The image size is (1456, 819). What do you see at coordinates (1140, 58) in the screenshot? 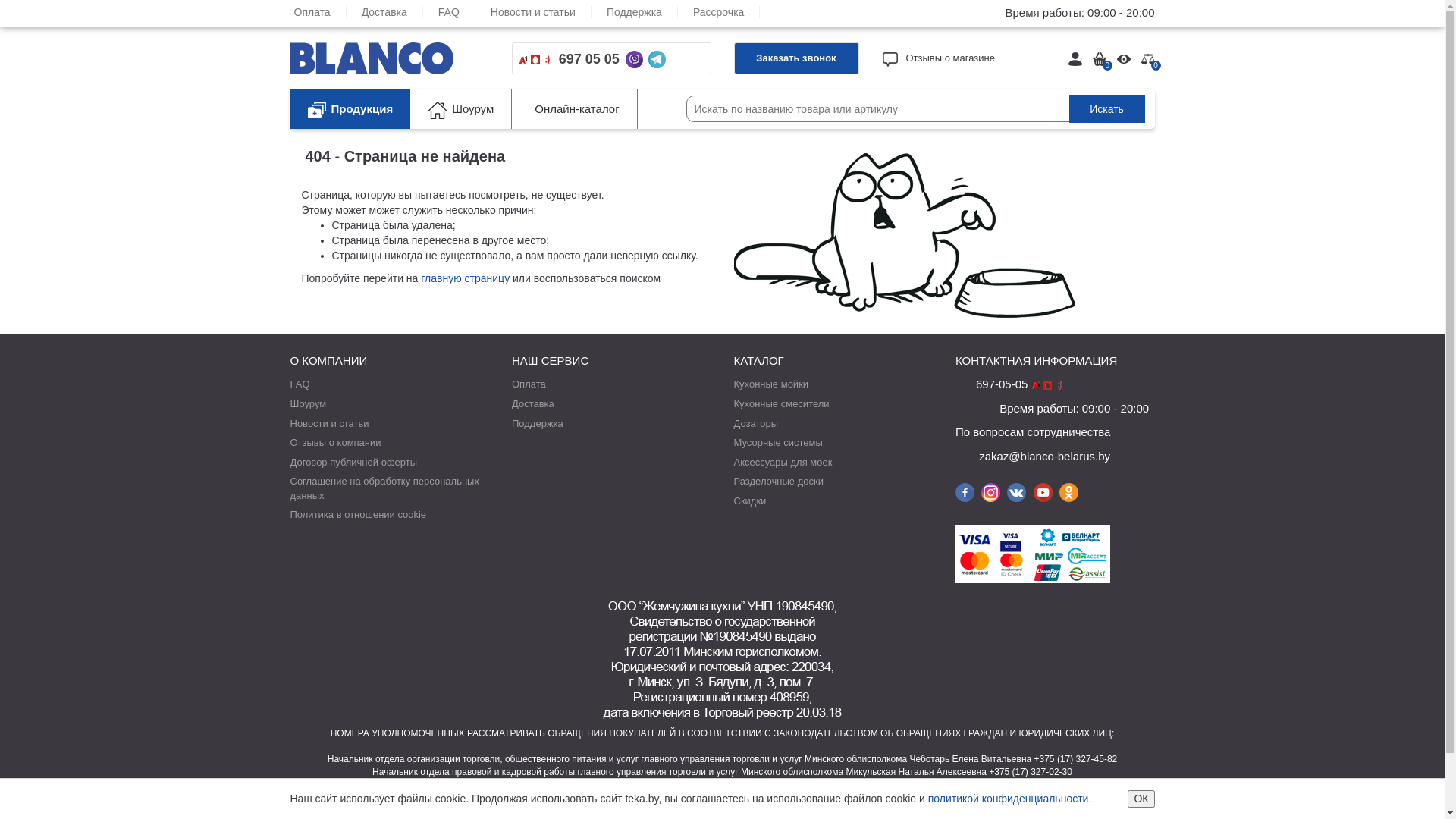
I see `'0'` at bounding box center [1140, 58].